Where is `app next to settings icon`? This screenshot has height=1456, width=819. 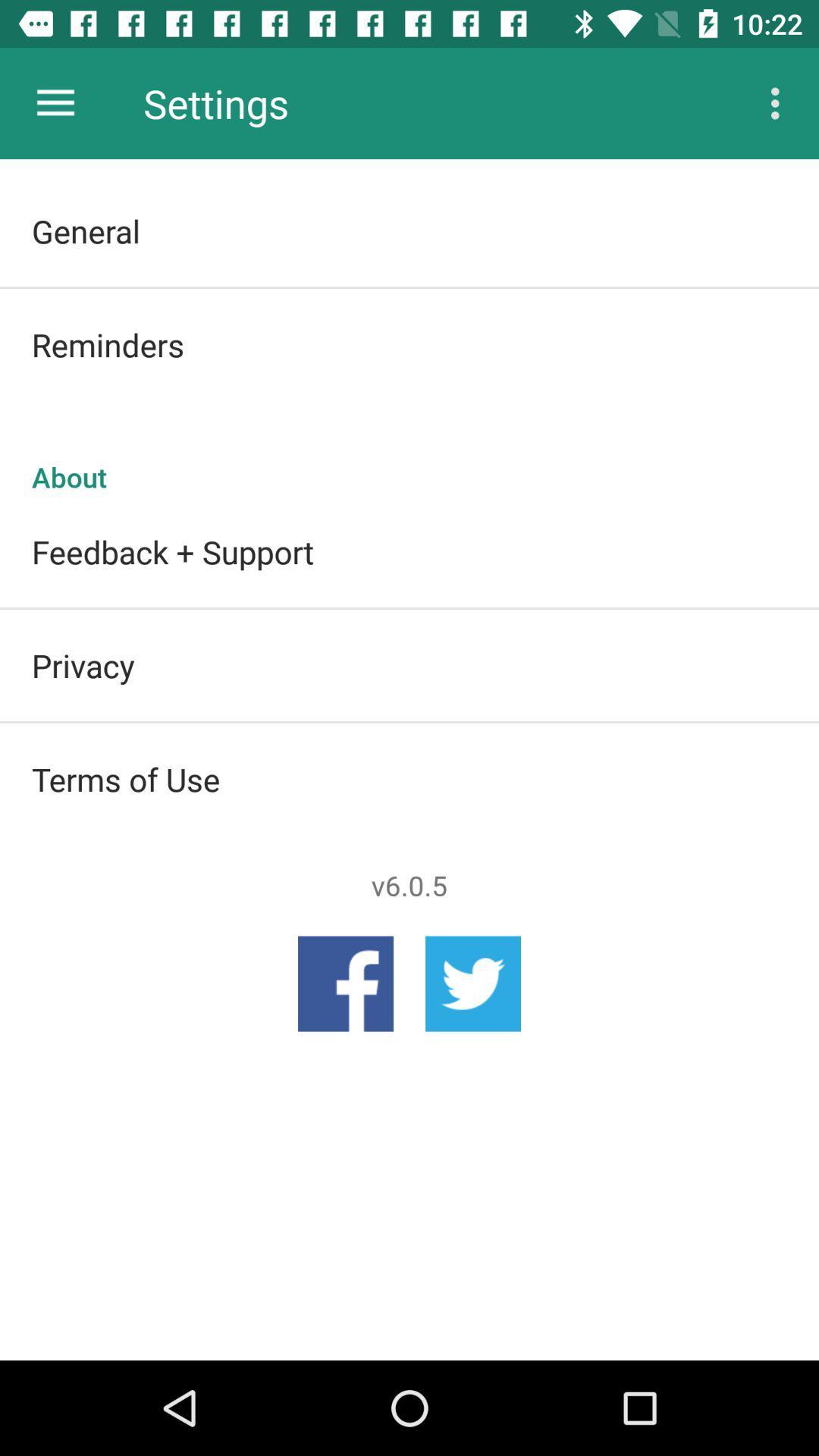 app next to settings icon is located at coordinates (55, 102).